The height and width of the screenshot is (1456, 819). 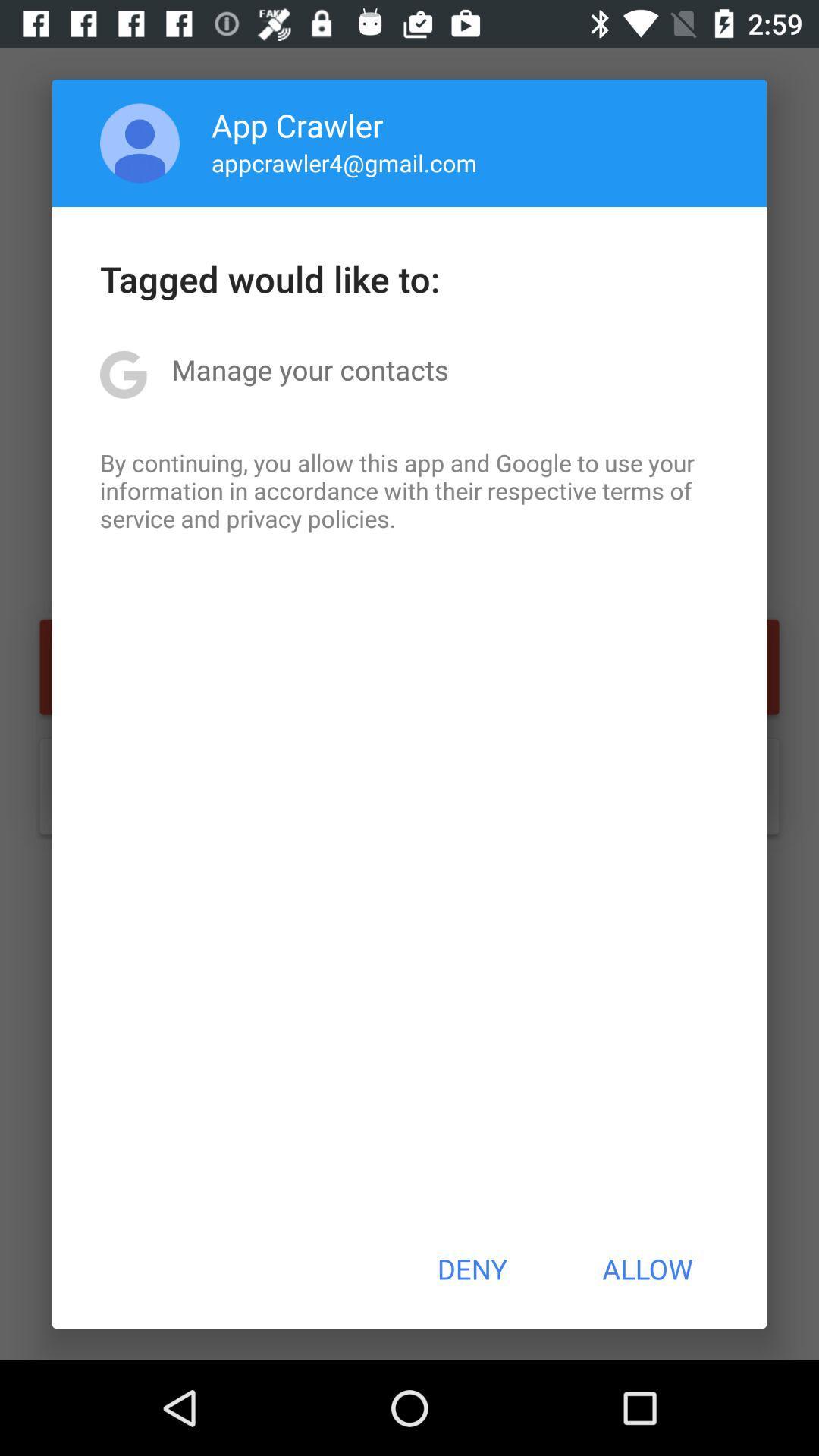 I want to click on icon above the appcrawler4@gmail.com app, so click(x=297, y=124).